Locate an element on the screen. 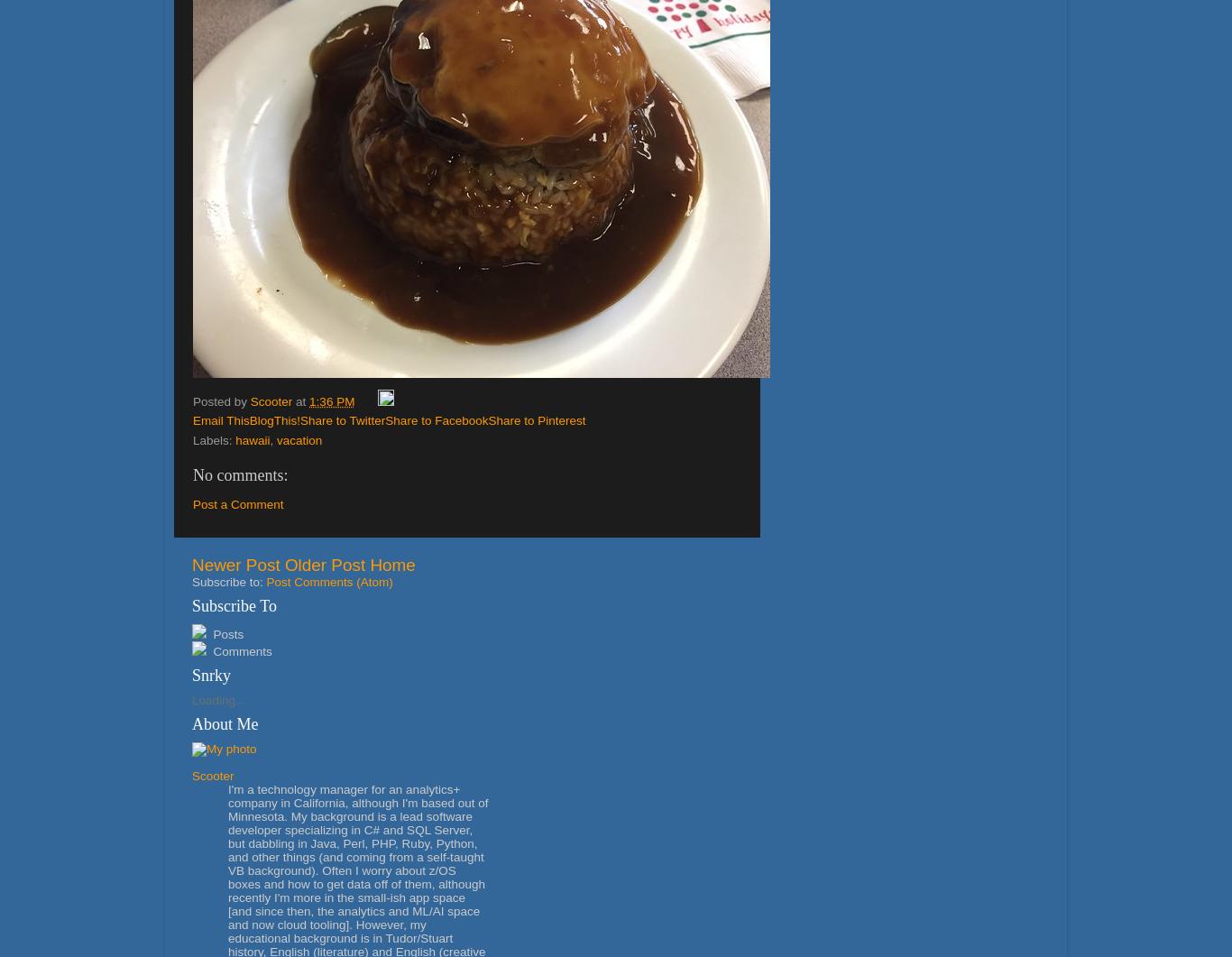 The width and height of the screenshot is (1232, 957). 'No comments:' is located at coordinates (240, 474).